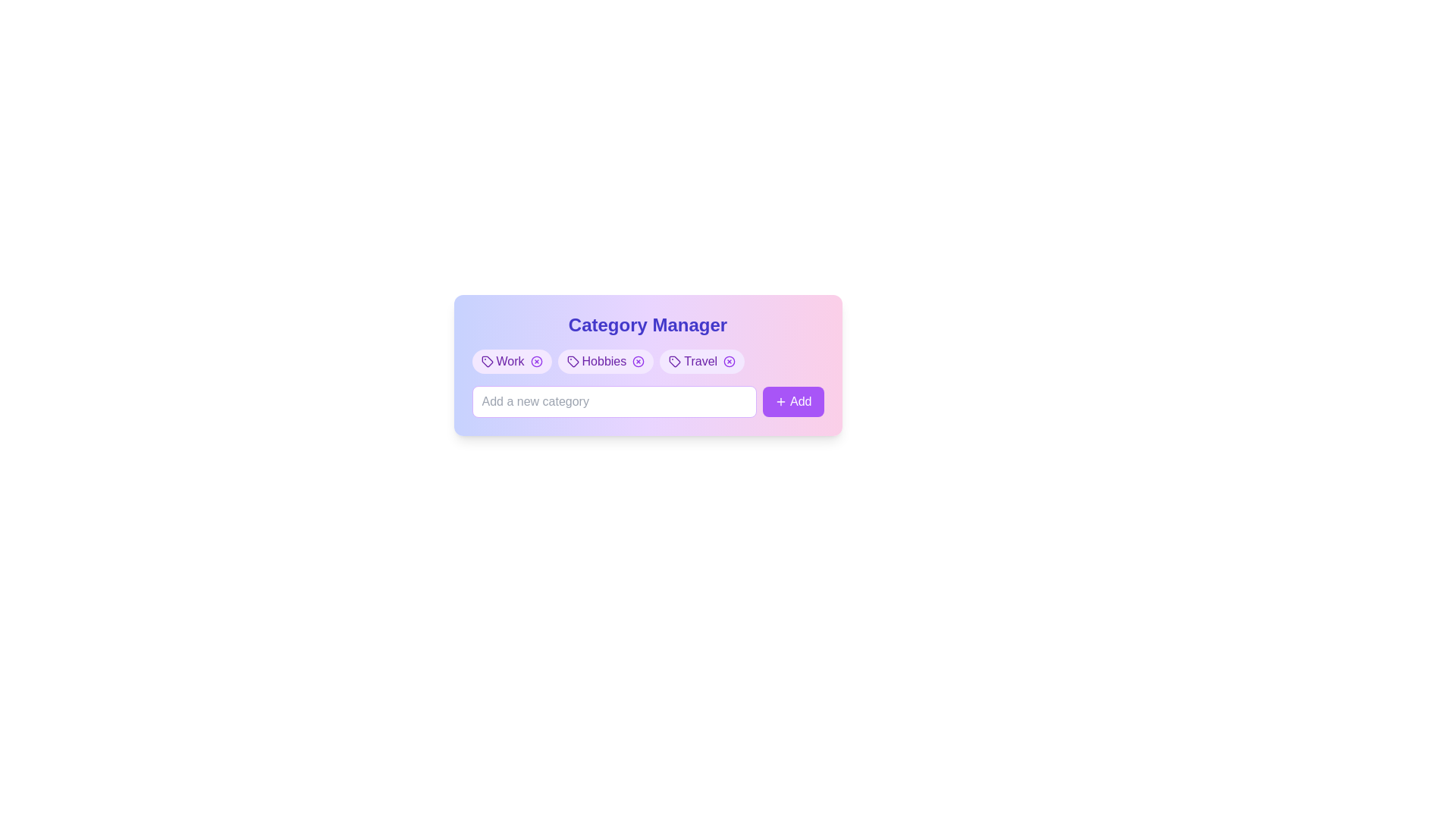 This screenshot has height=819, width=1456. I want to click on the decorative icon representing the 'Hobbies' category, which is positioned to the left of the label's text, so click(572, 362).